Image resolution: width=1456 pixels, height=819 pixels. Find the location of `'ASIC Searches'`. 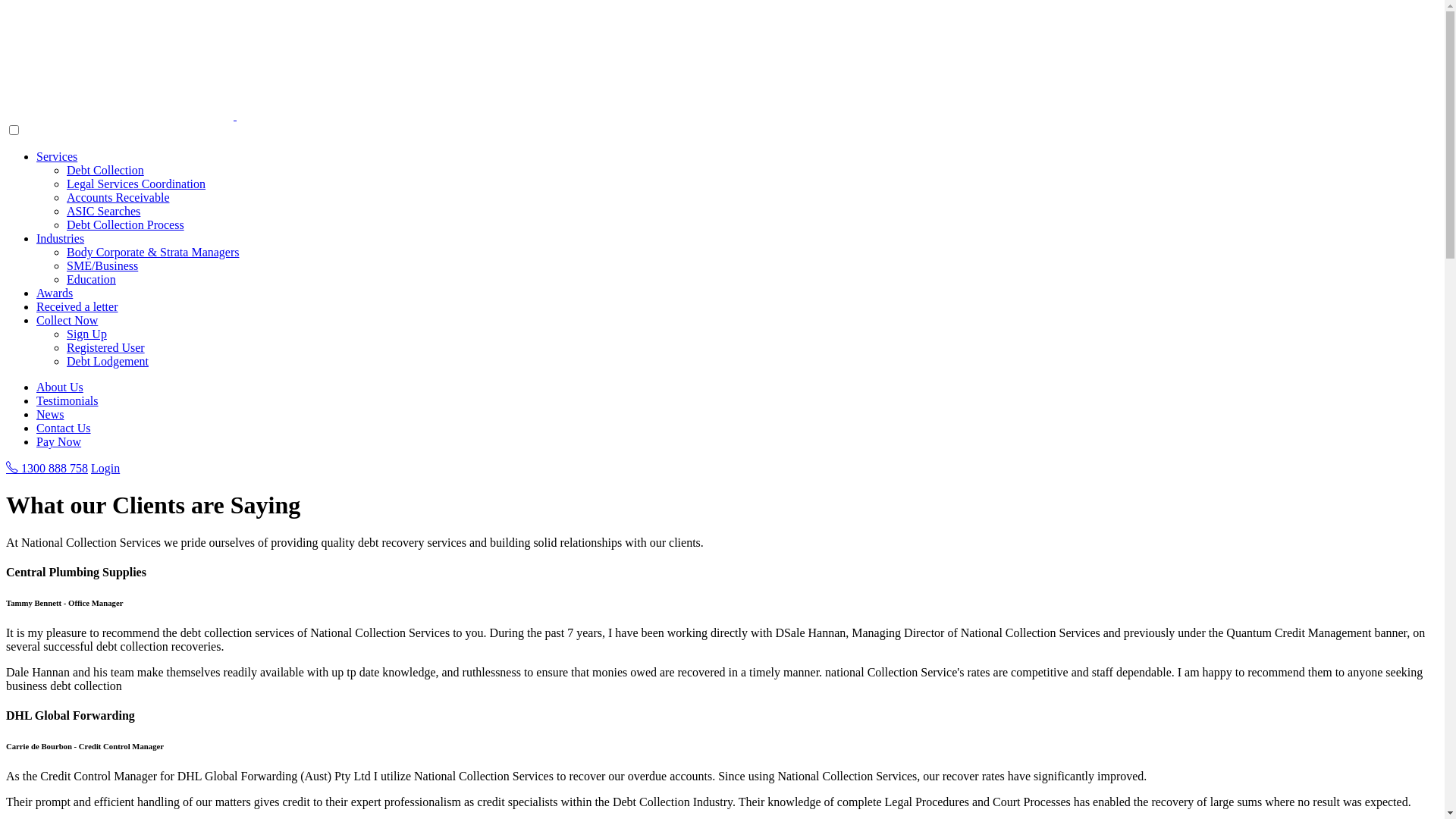

'ASIC Searches' is located at coordinates (65, 211).